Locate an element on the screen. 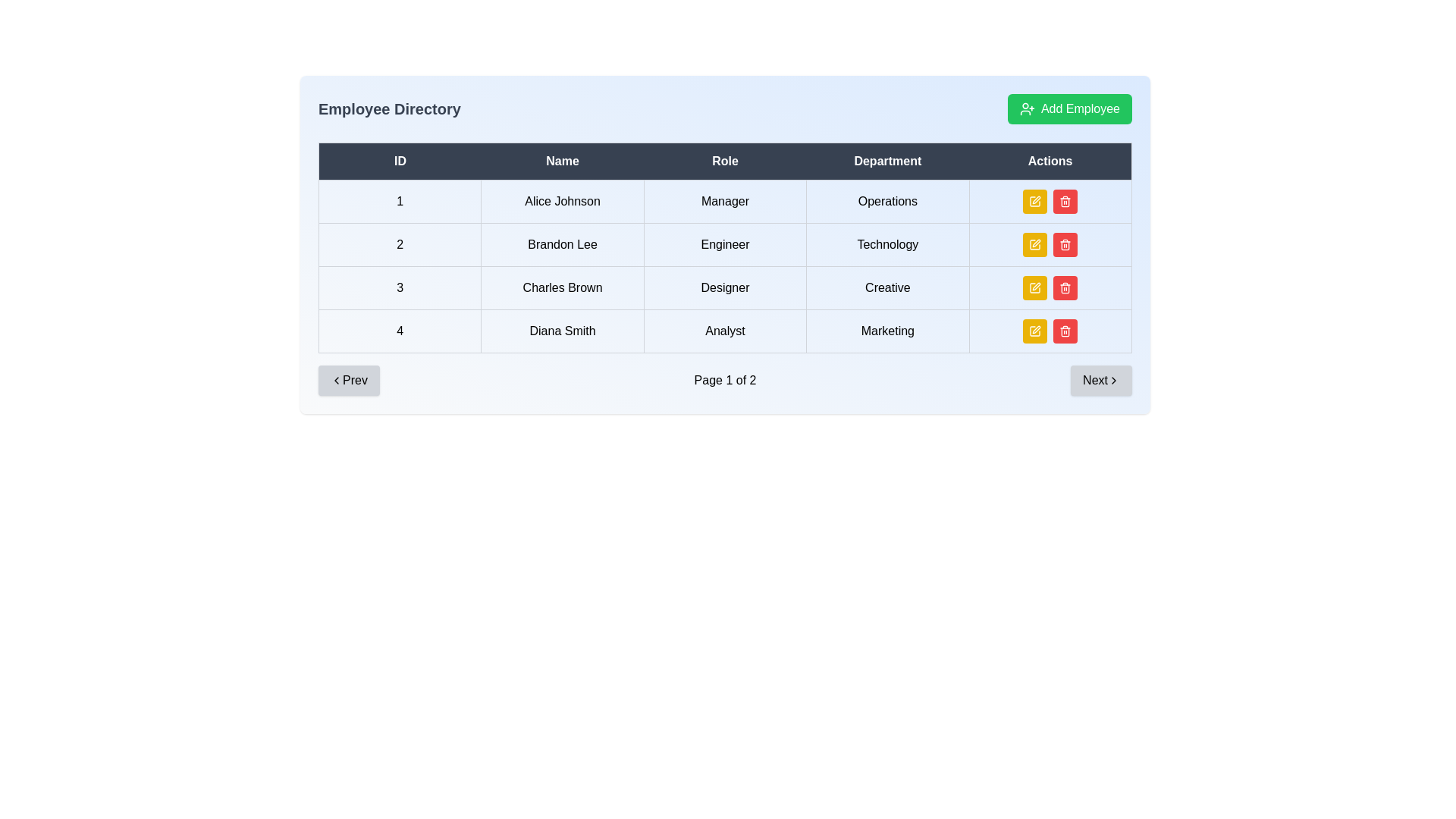  the 'Add Employee' button, which features an icon on the left side of the button text, located in the top-right corner above the table is located at coordinates (1027, 108).